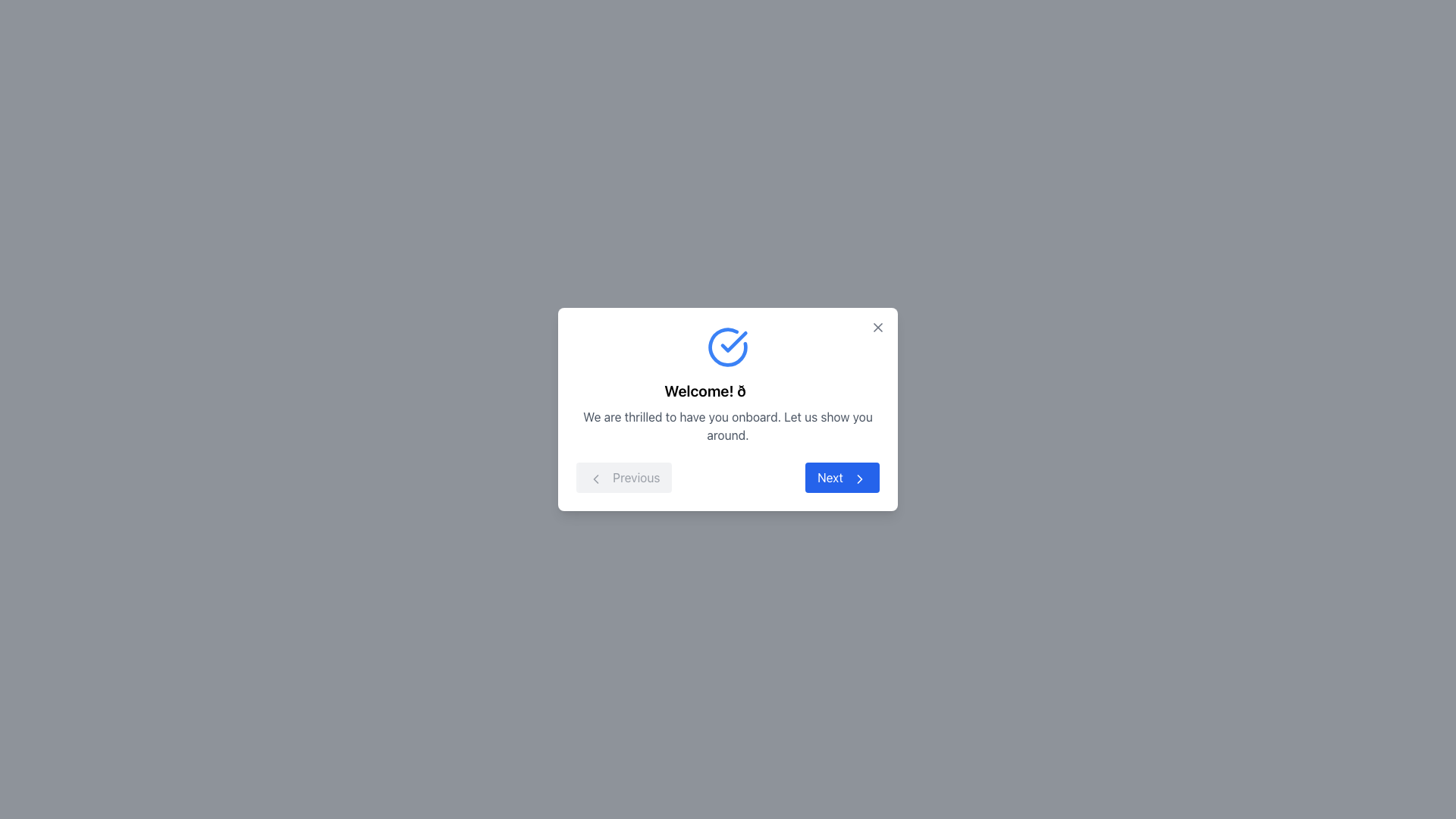 The height and width of the screenshot is (819, 1456). I want to click on the left-pointing chevron icon inside the light gray rectangular 'Previous' button, so click(595, 479).